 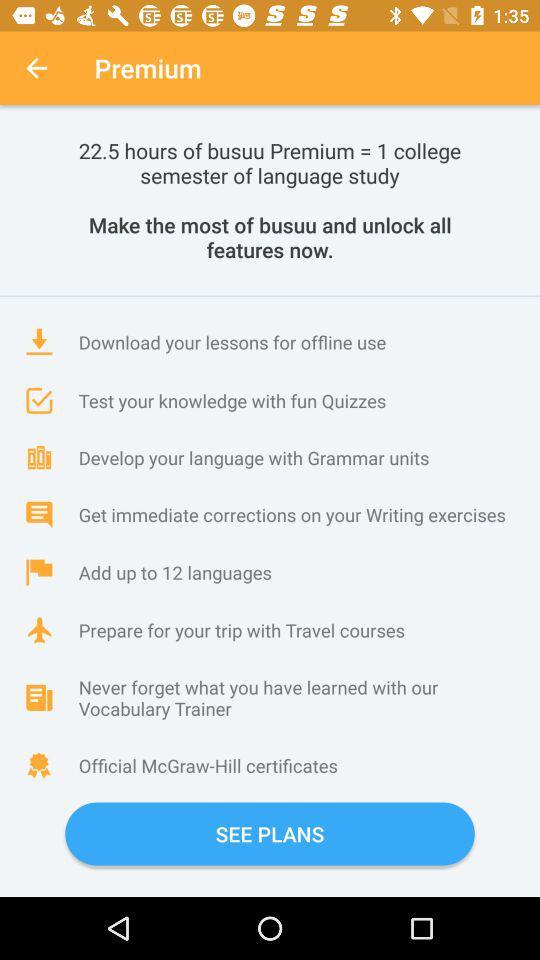 I want to click on see plans icon, so click(x=270, y=834).